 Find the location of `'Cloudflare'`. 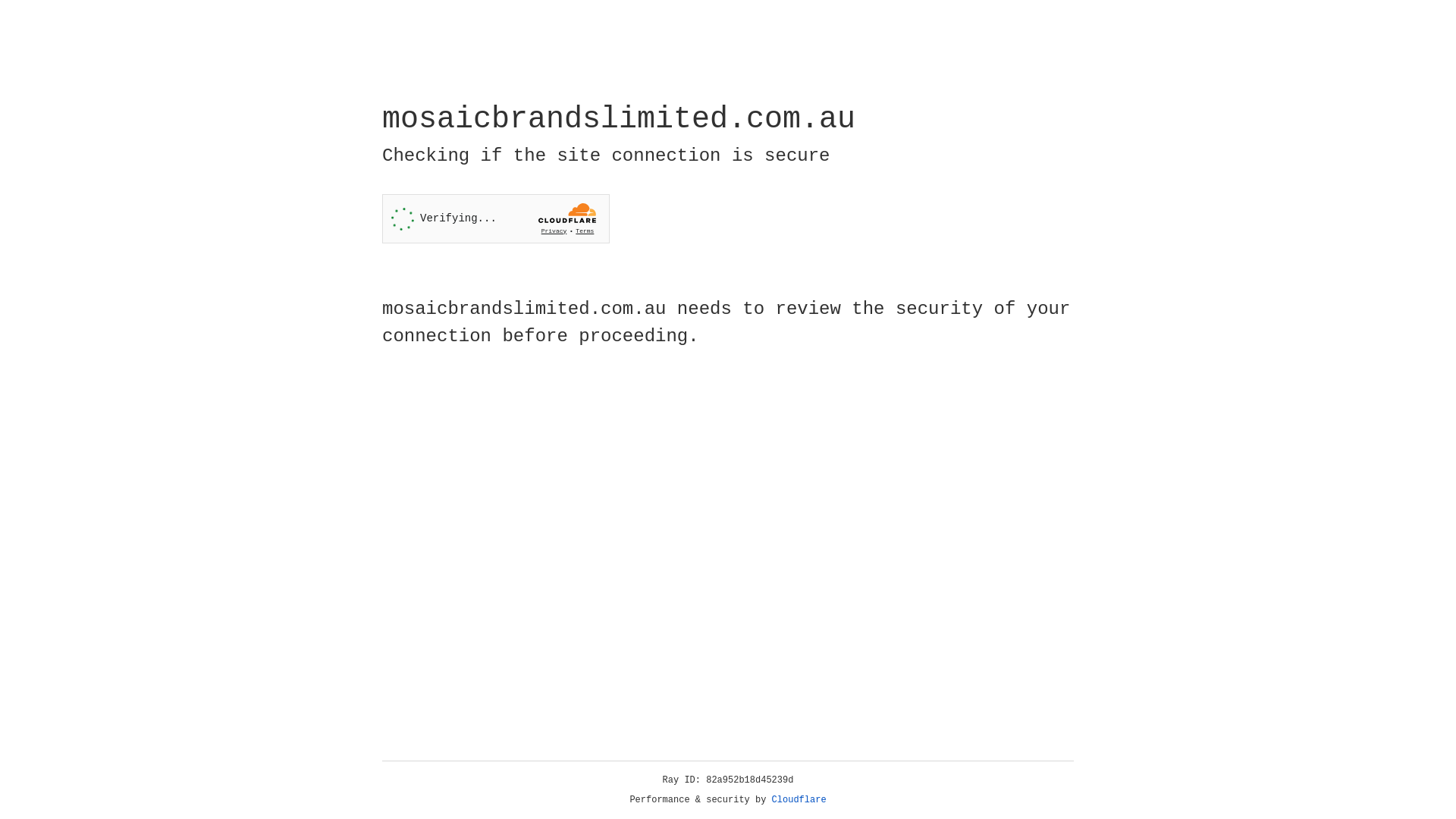

'Cloudflare' is located at coordinates (799, 799).